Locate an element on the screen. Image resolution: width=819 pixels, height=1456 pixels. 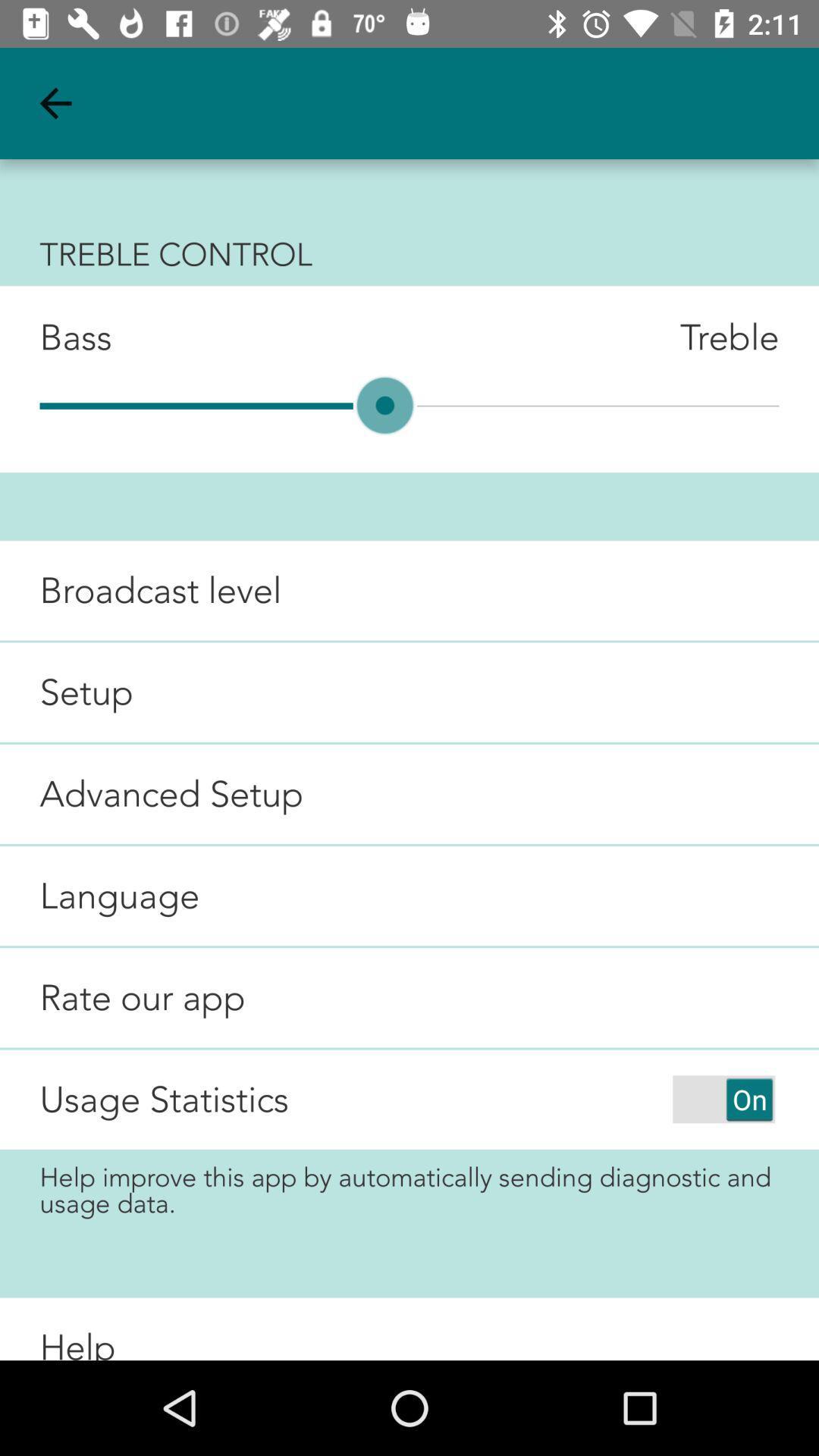
the icon above help improve this item is located at coordinates (164, 1100).